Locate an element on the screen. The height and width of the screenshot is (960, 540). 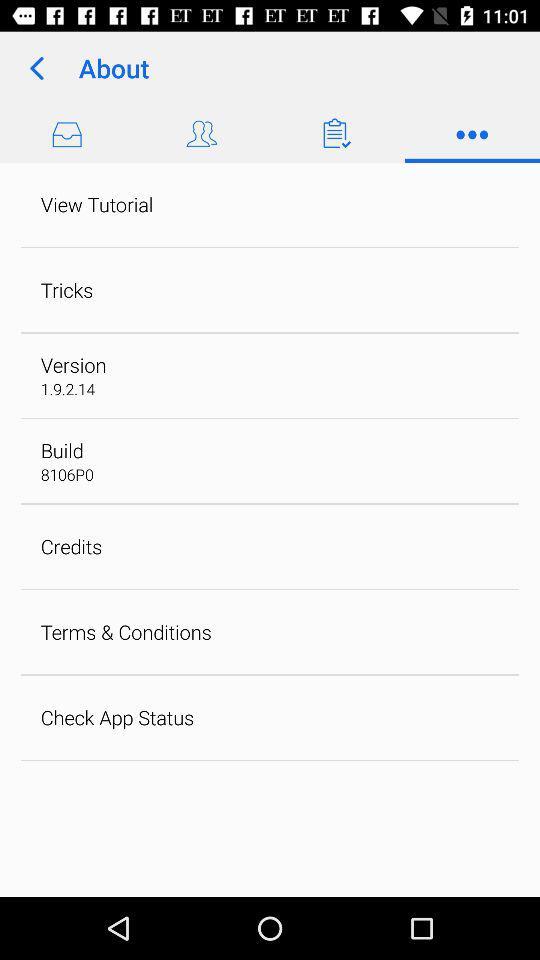
build icon is located at coordinates (62, 450).